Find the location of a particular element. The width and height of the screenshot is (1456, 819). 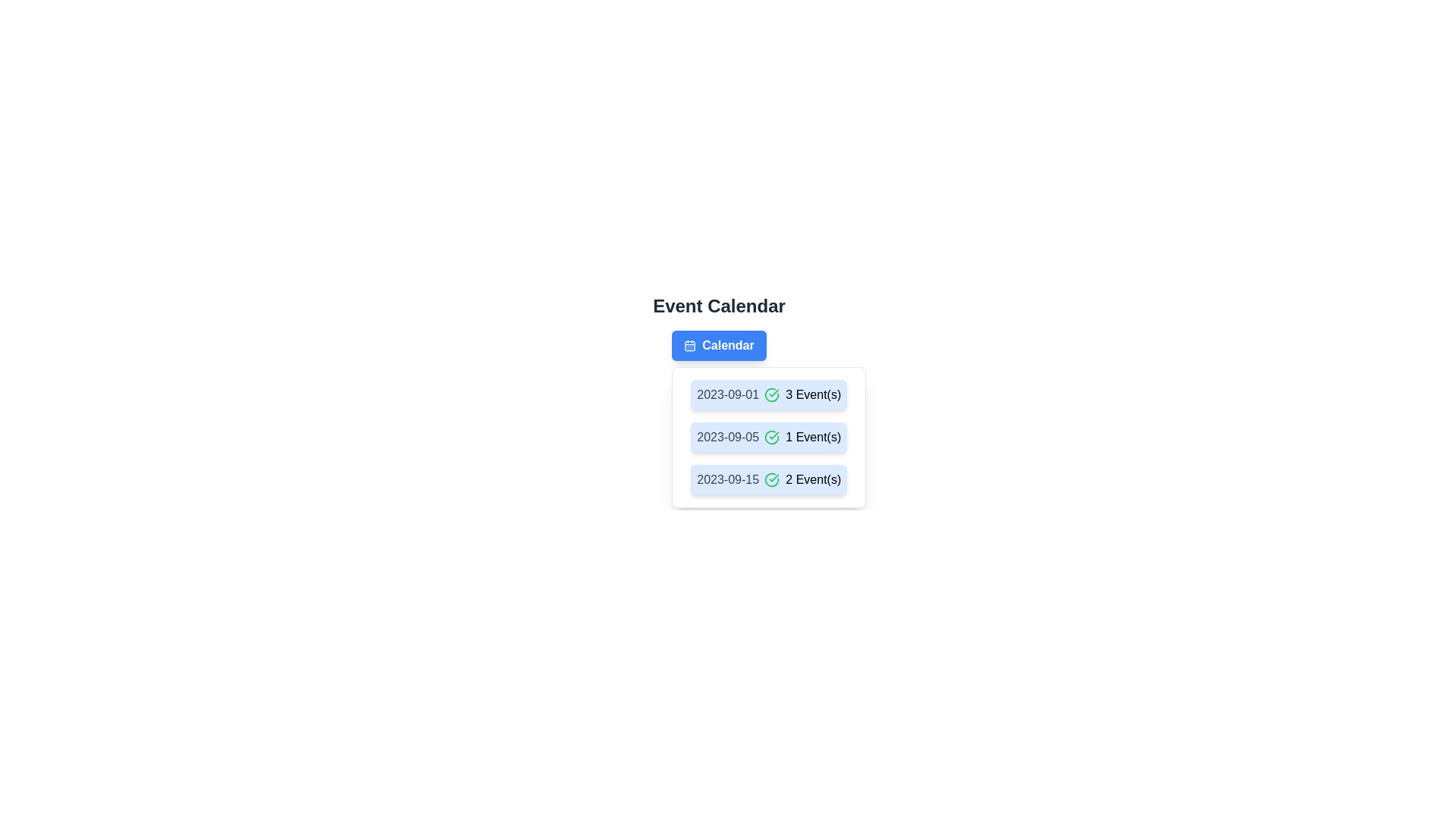

the text with icon displaying the number of events associated with the date '2023-09-05', which is located on the second row of the event calendar list is located at coordinates (802, 438).